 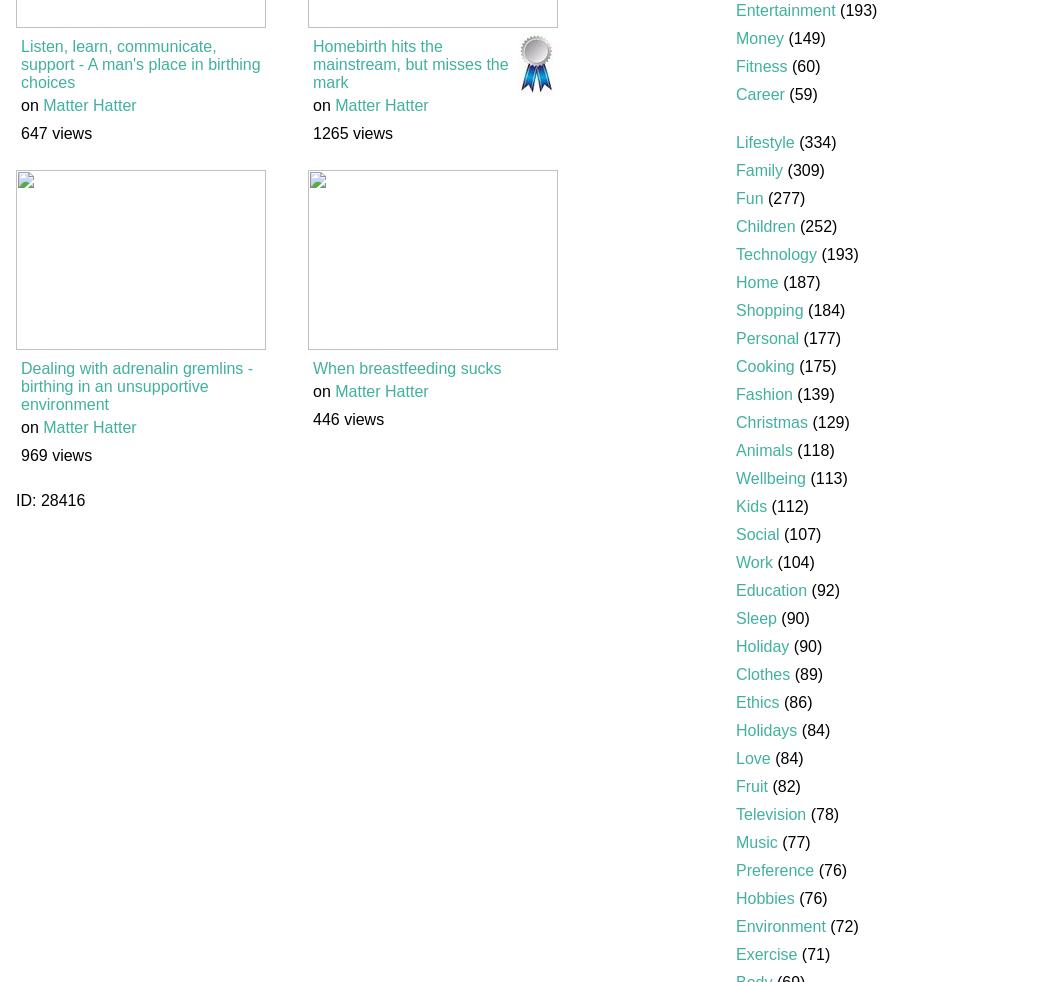 What do you see at coordinates (735, 37) in the screenshot?
I see `'Money'` at bounding box center [735, 37].